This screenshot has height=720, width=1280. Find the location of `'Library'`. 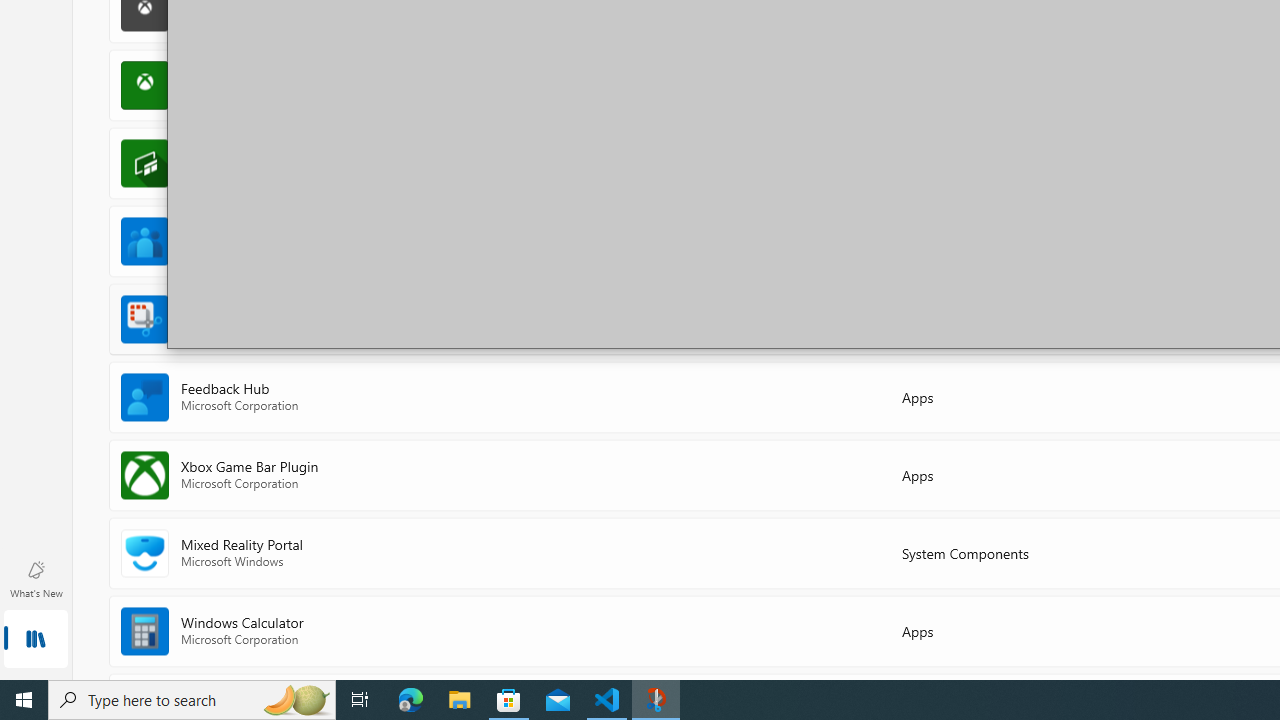

'Library' is located at coordinates (35, 640).